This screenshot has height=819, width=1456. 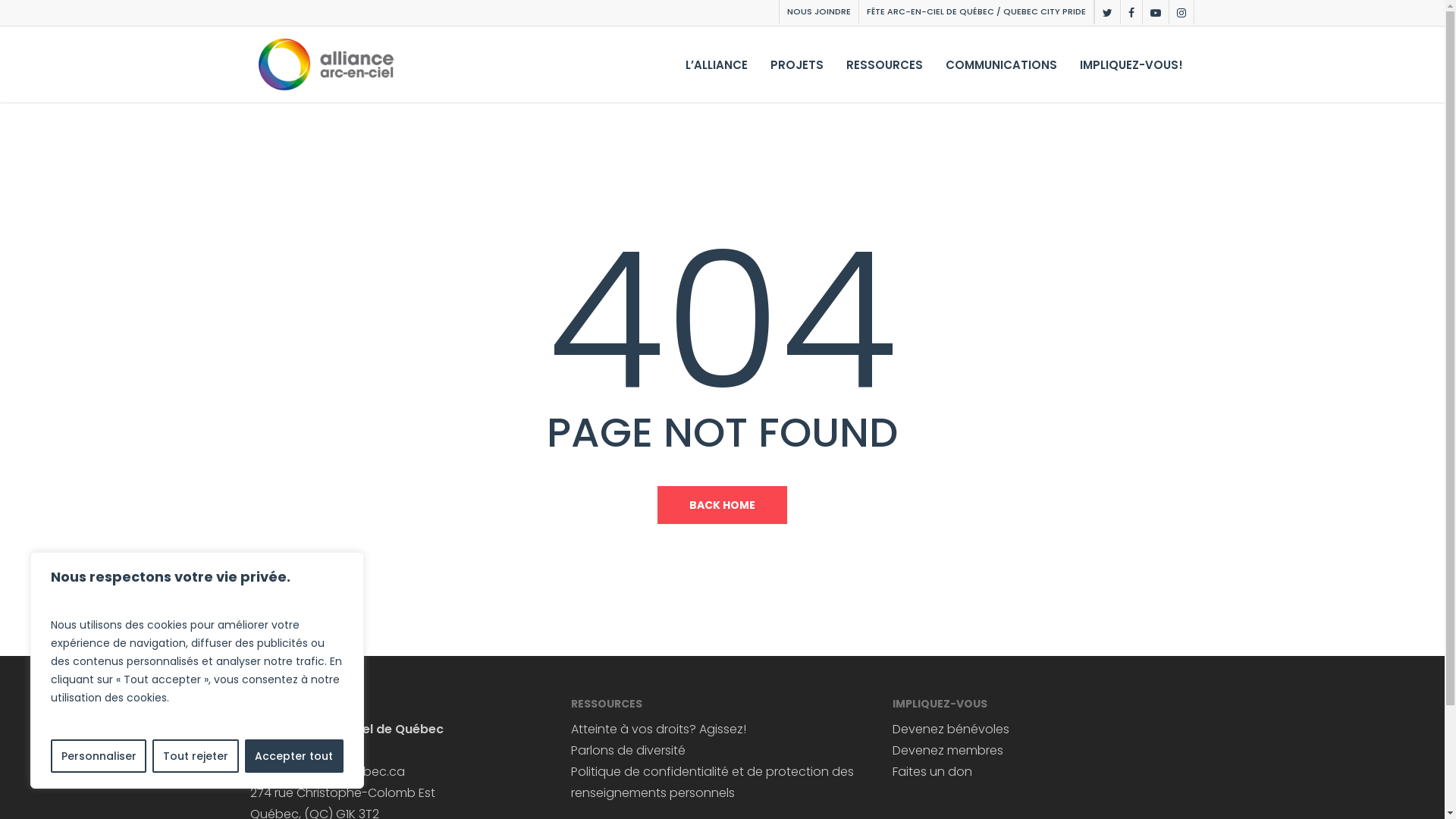 What do you see at coordinates (244, 755) in the screenshot?
I see `'Accepter tout'` at bounding box center [244, 755].